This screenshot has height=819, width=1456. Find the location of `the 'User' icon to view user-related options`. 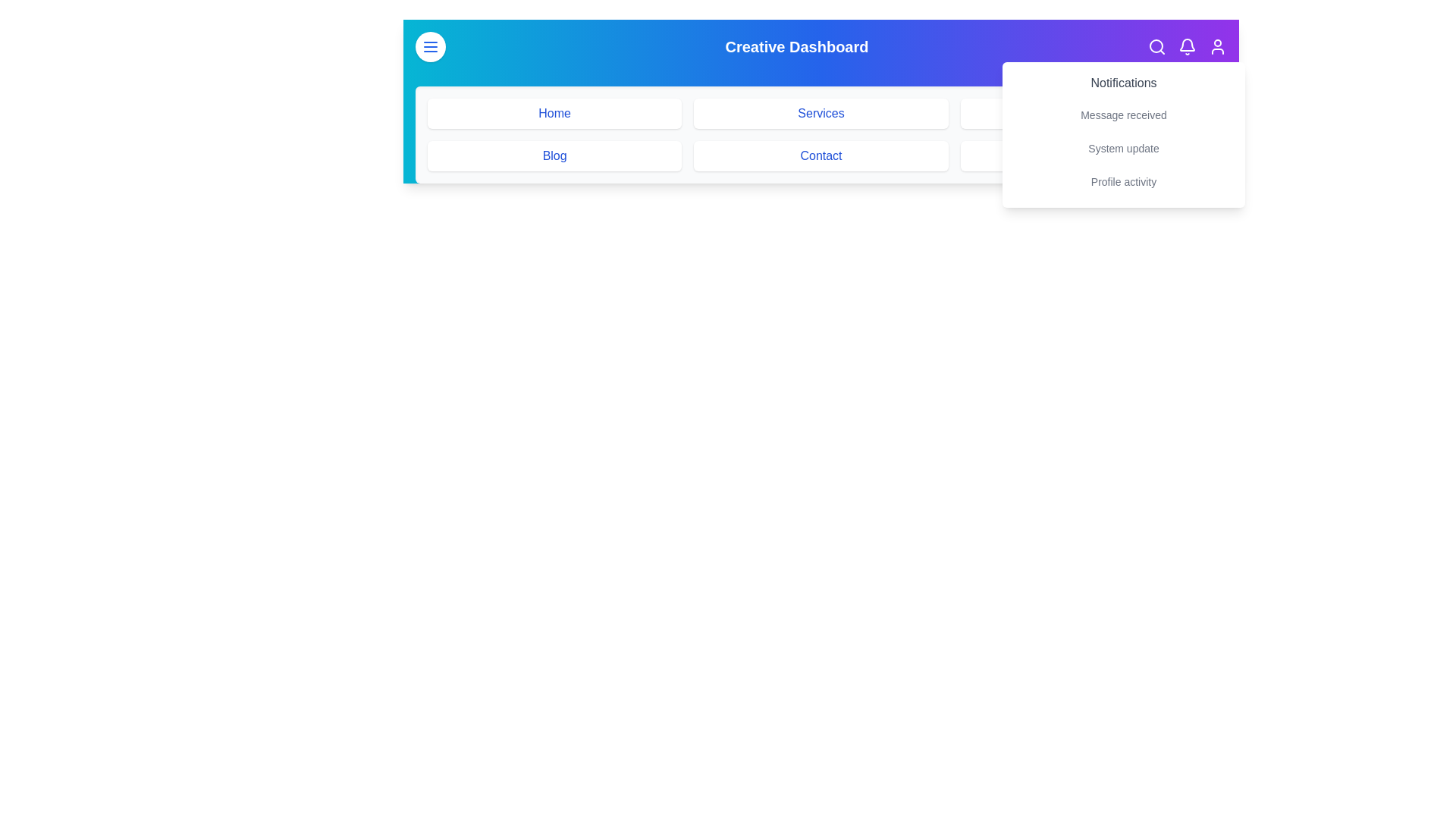

the 'User' icon to view user-related options is located at coordinates (1218, 45).